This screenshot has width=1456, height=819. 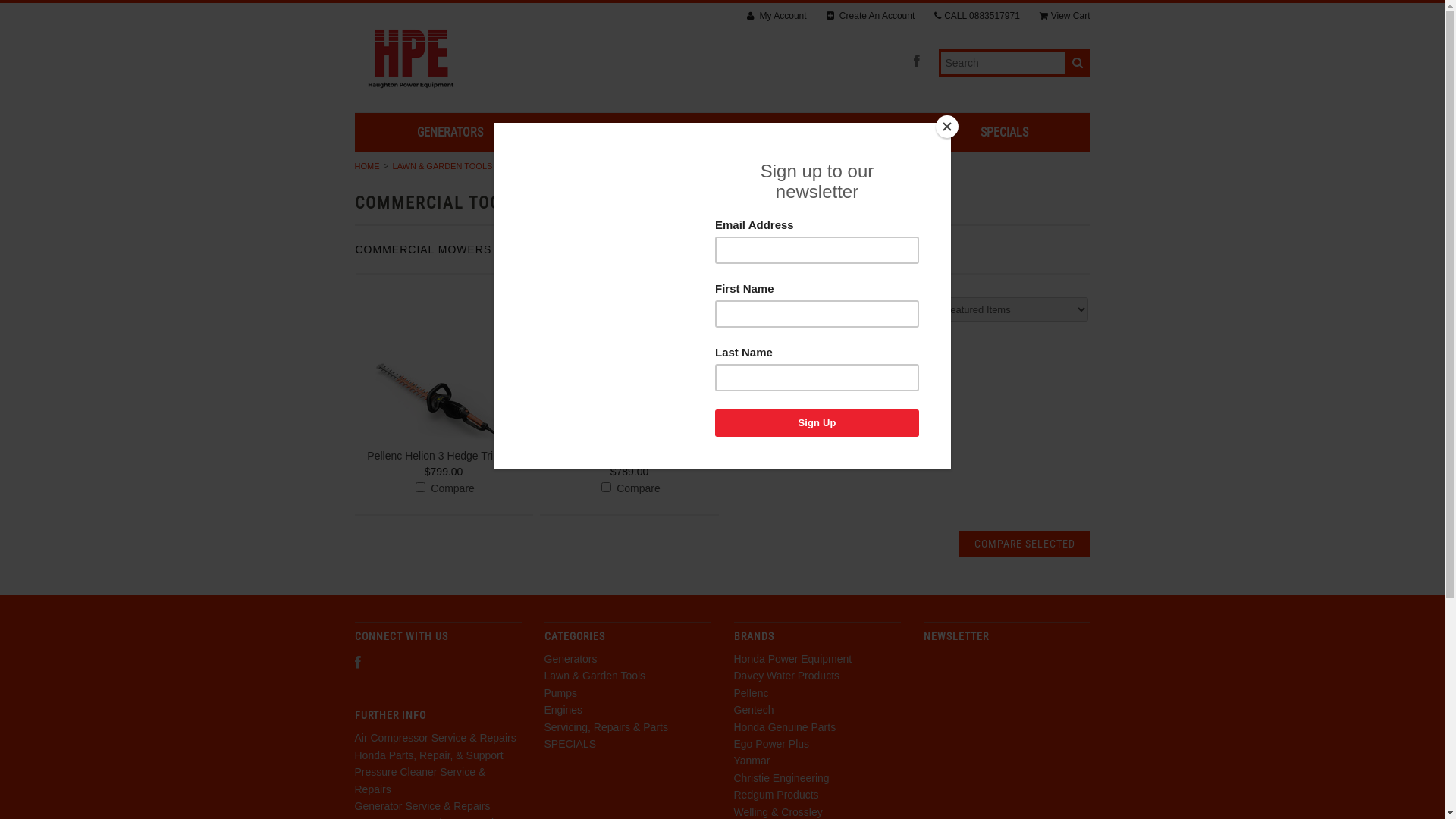 What do you see at coordinates (415, 487) in the screenshot?
I see `'904'` at bounding box center [415, 487].